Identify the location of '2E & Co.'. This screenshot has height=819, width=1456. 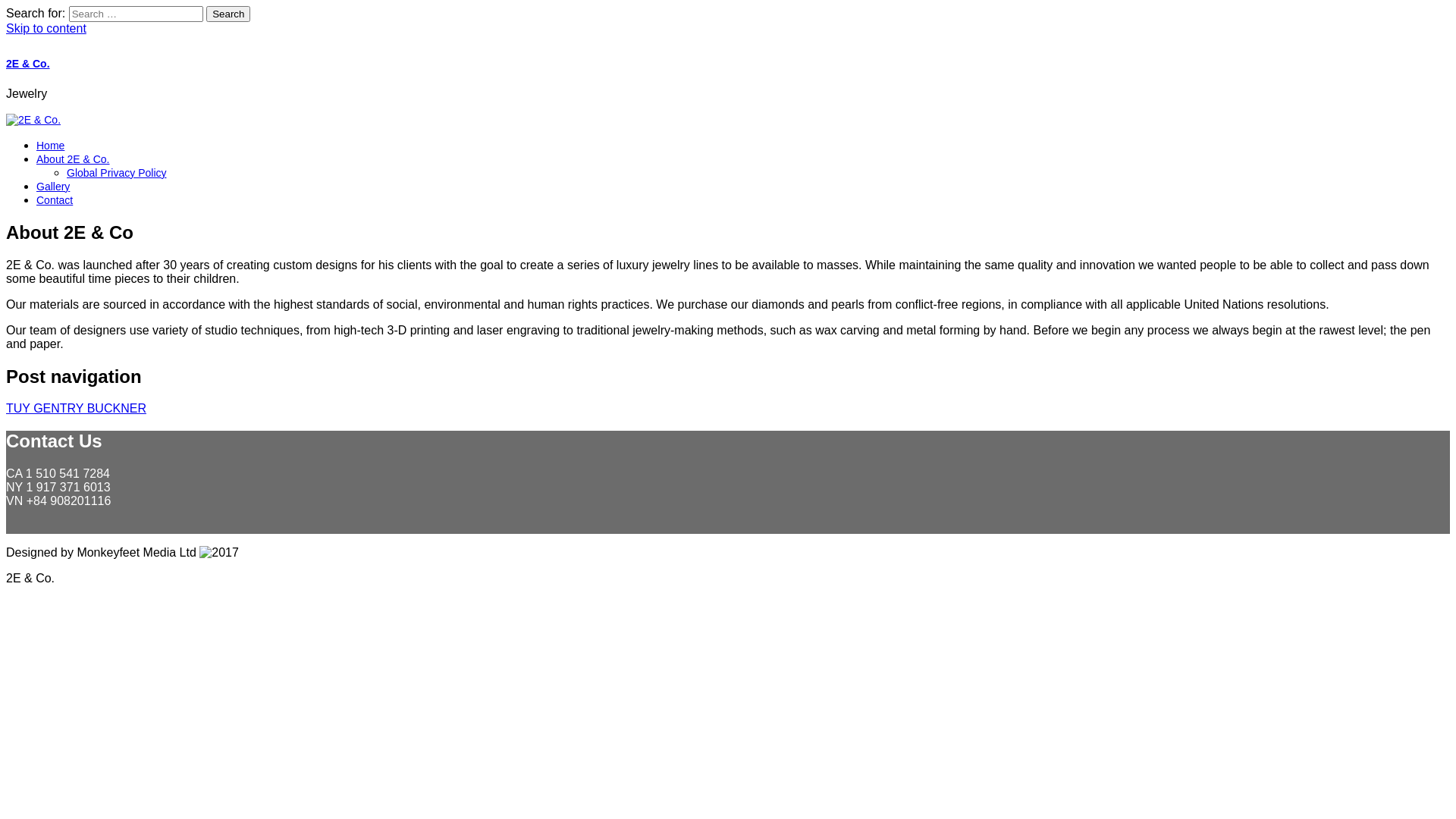
(6, 63).